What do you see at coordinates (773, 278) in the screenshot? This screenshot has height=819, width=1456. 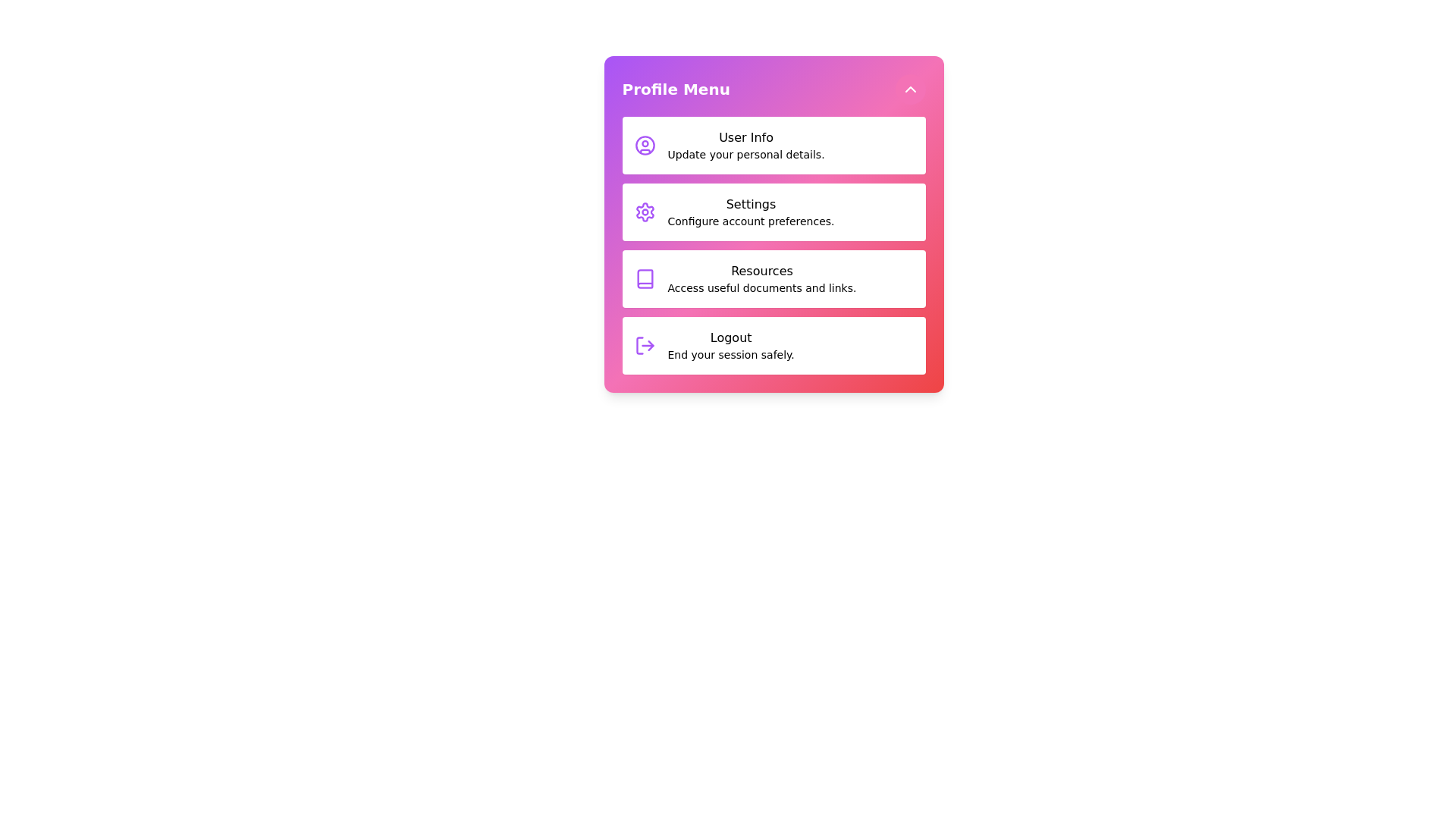 I see `the menu item labeled 'Resources' to observe hover effects` at bounding box center [773, 278].